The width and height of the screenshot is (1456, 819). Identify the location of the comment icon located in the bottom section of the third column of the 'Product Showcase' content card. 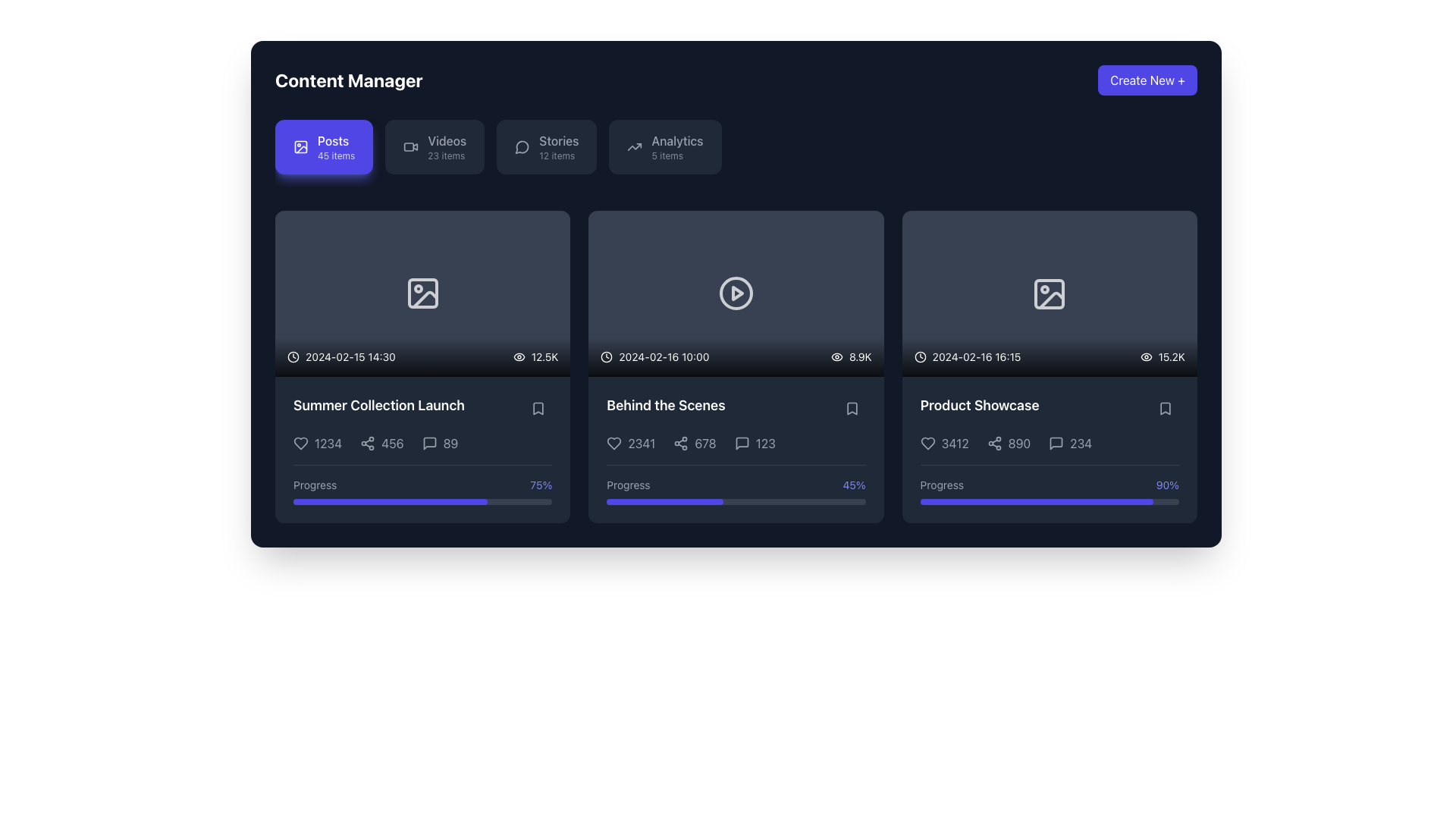
(1056, 444).